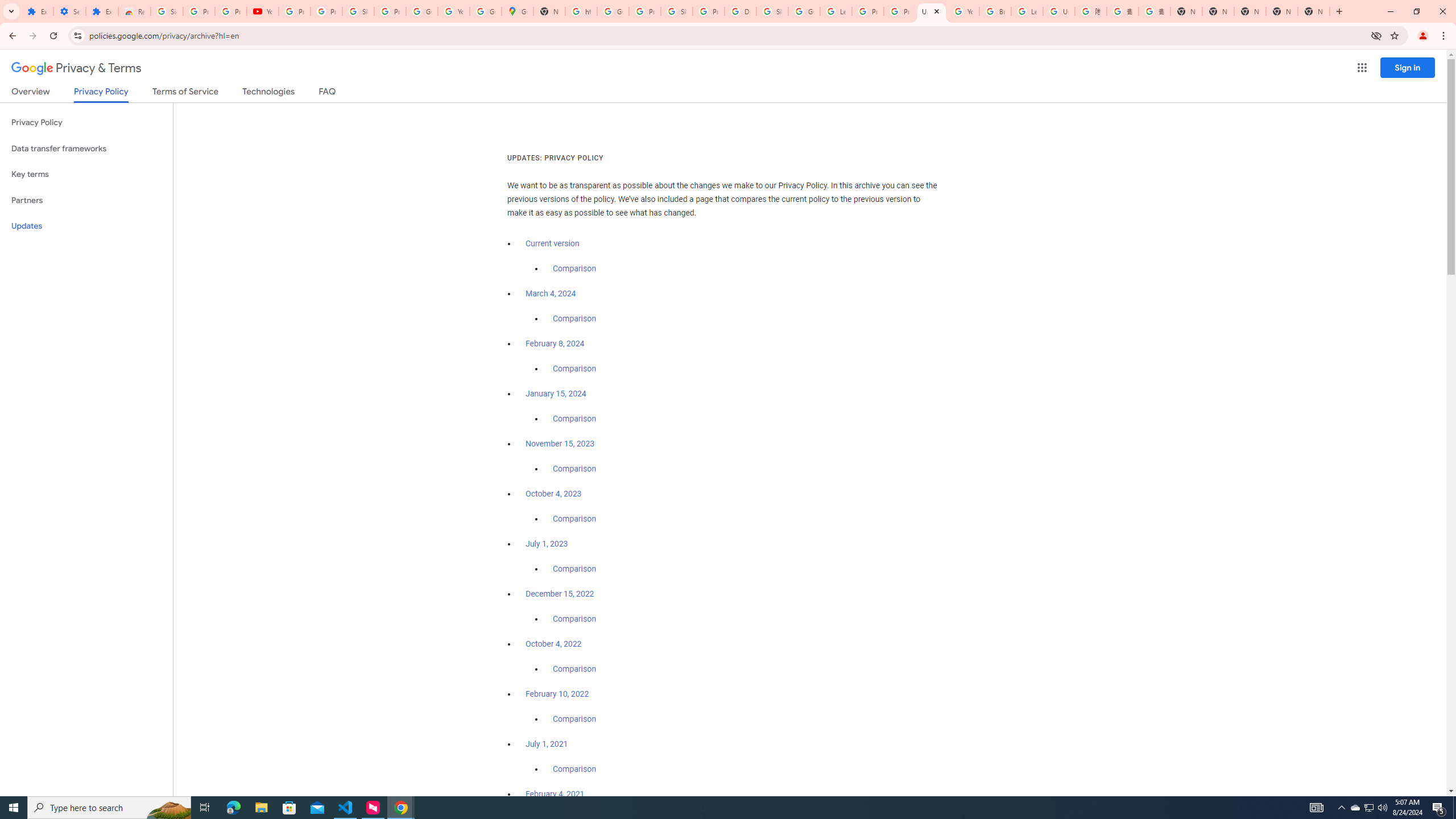 The width and height of the screenshot is (1456, 819). I want to click on 'Current version', so click(552, 243).